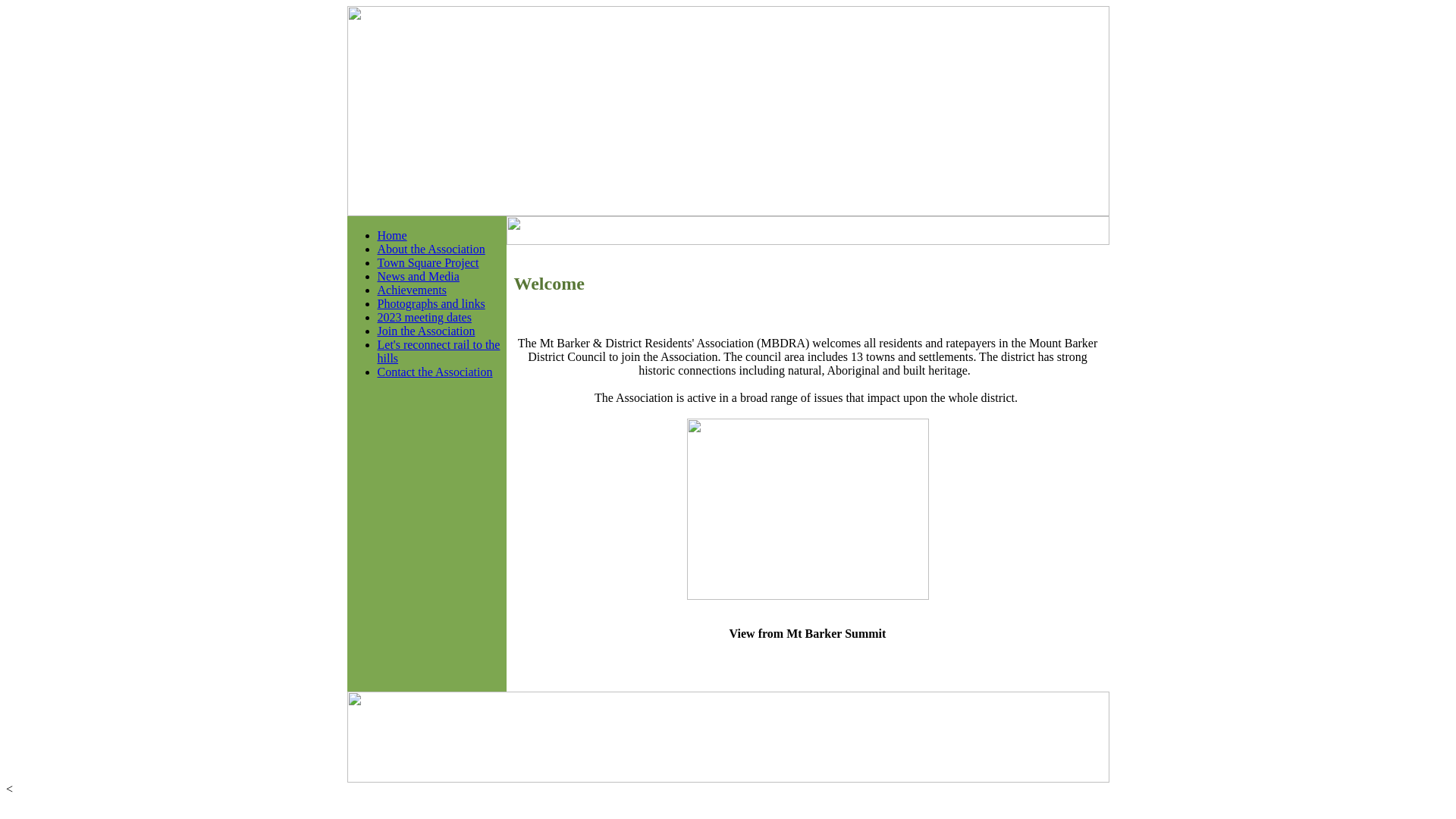 Image resolution: width=1456 pixels, height=819 pixels. What do you see at coordinates (378, 248) in the screenshot?
I see `'About the Association'` at bounding box center [378, 248].